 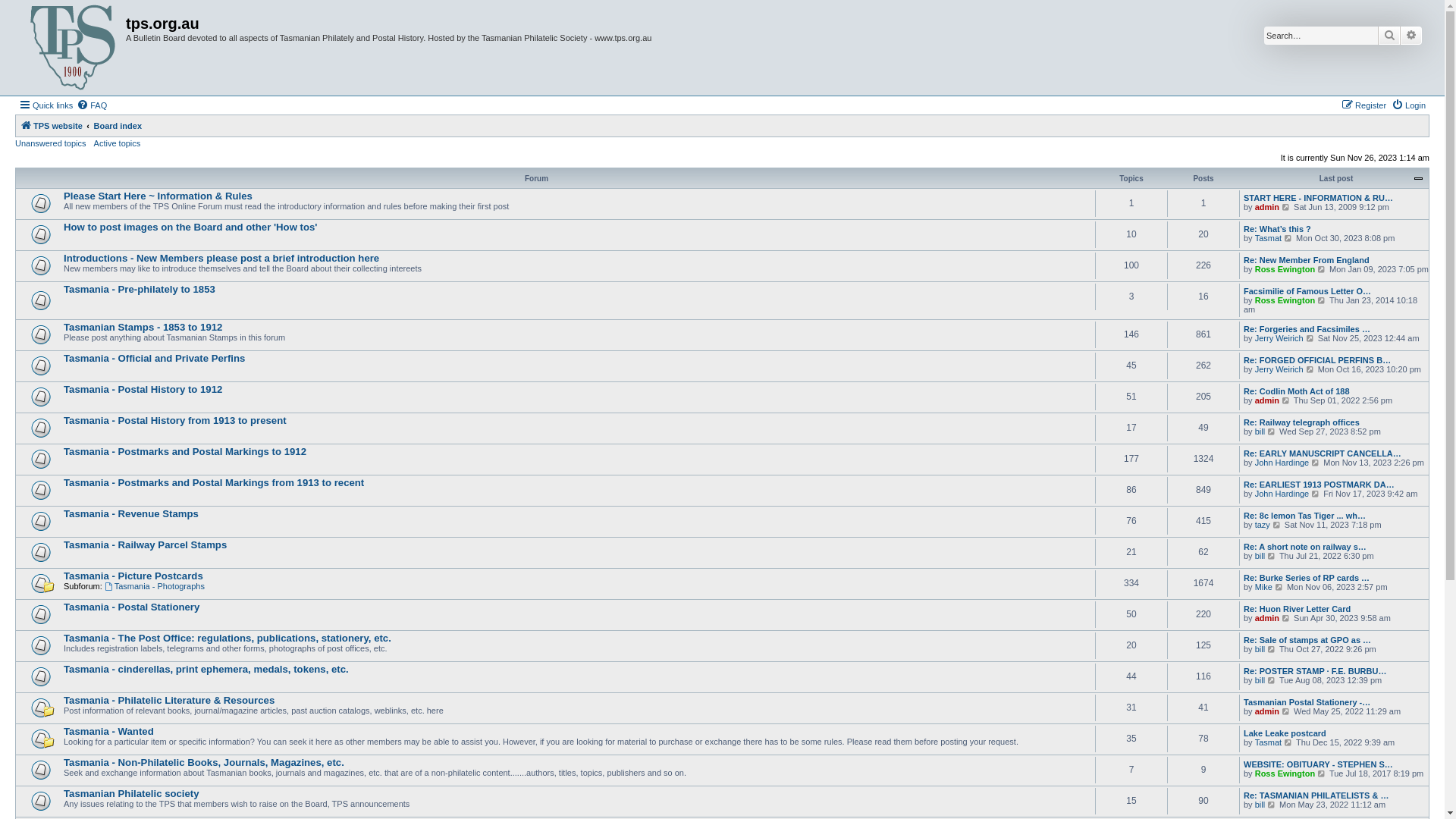 I want to click on 'Active topics', so click(x=93, y=143).